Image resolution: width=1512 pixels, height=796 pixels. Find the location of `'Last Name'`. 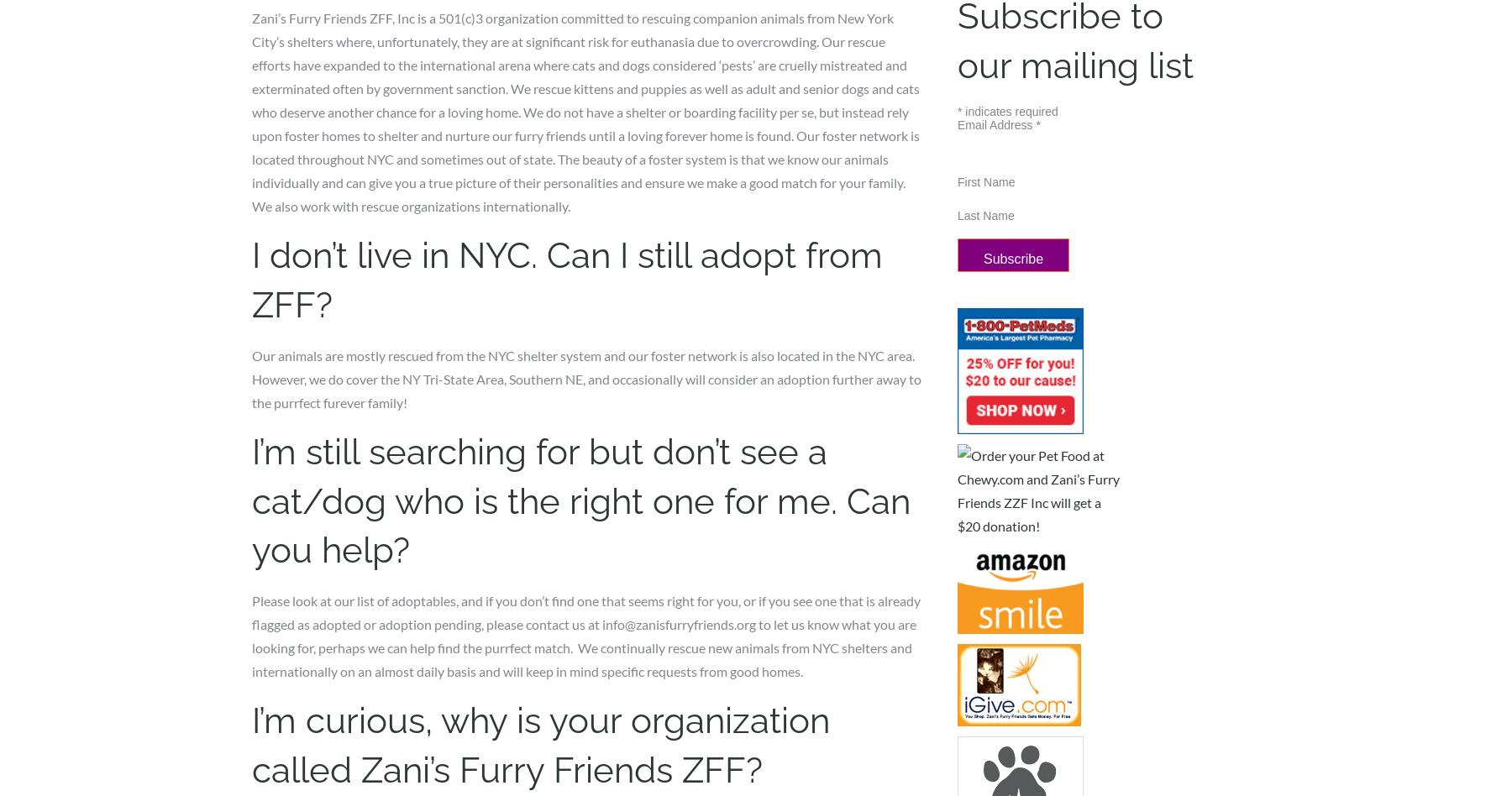

'Last Name' is located at coordinates (986, 214).